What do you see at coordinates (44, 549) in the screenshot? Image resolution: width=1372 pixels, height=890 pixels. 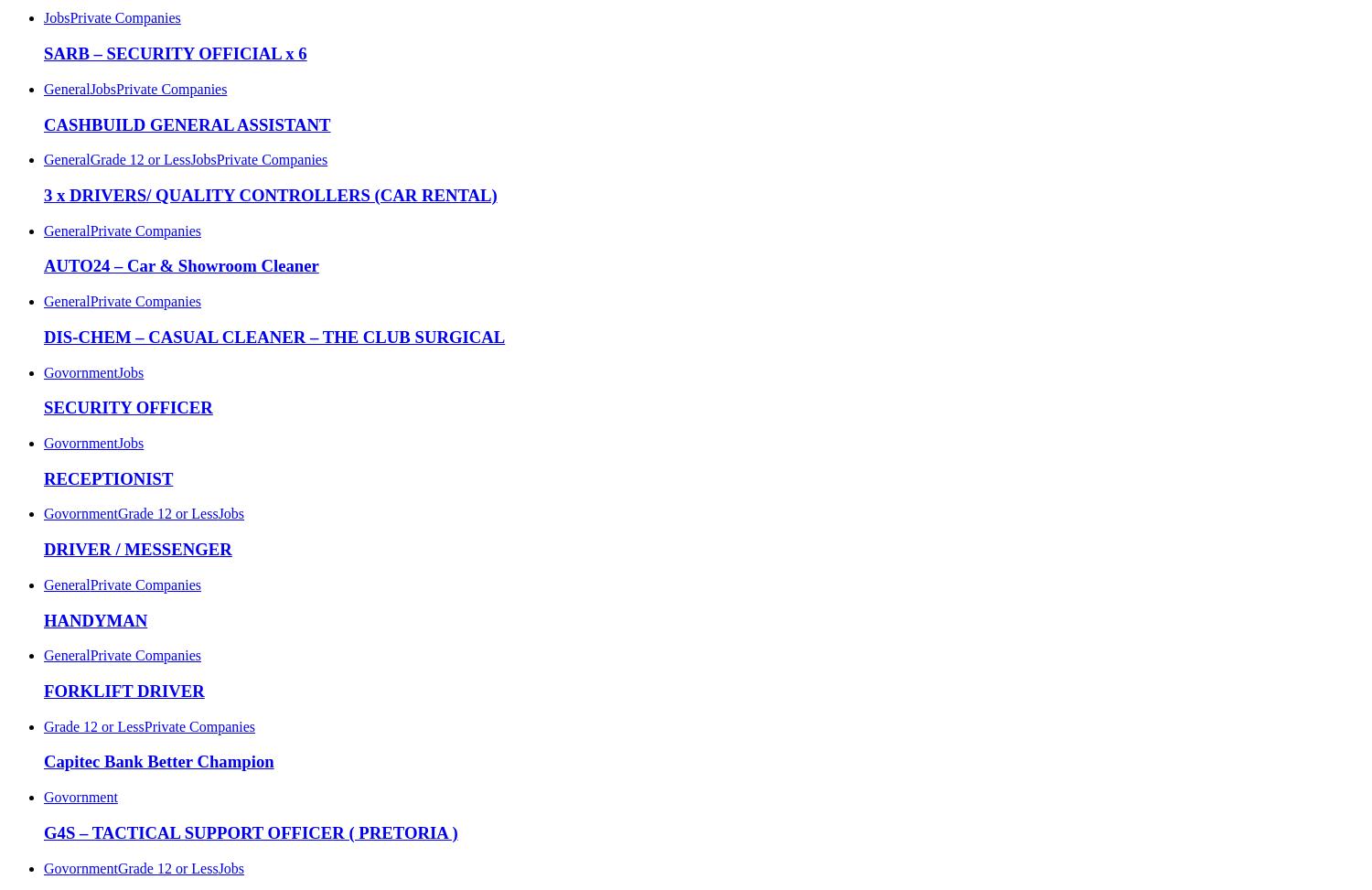 I see `'DRIVER / MESSENGER'` at bounding box center [44, 549].